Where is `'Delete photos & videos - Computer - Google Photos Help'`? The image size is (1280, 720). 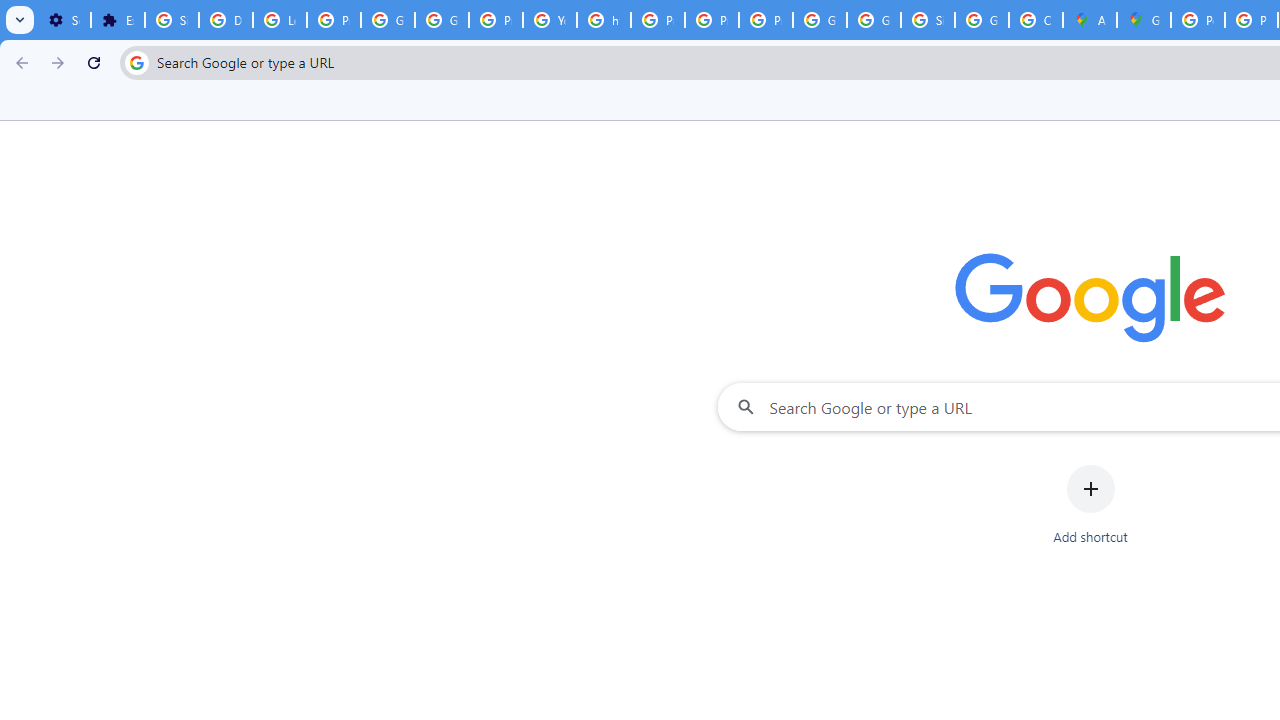 'Delete photos & videos - Computer - Google Photos Help' is located at coordinates (225, 20).